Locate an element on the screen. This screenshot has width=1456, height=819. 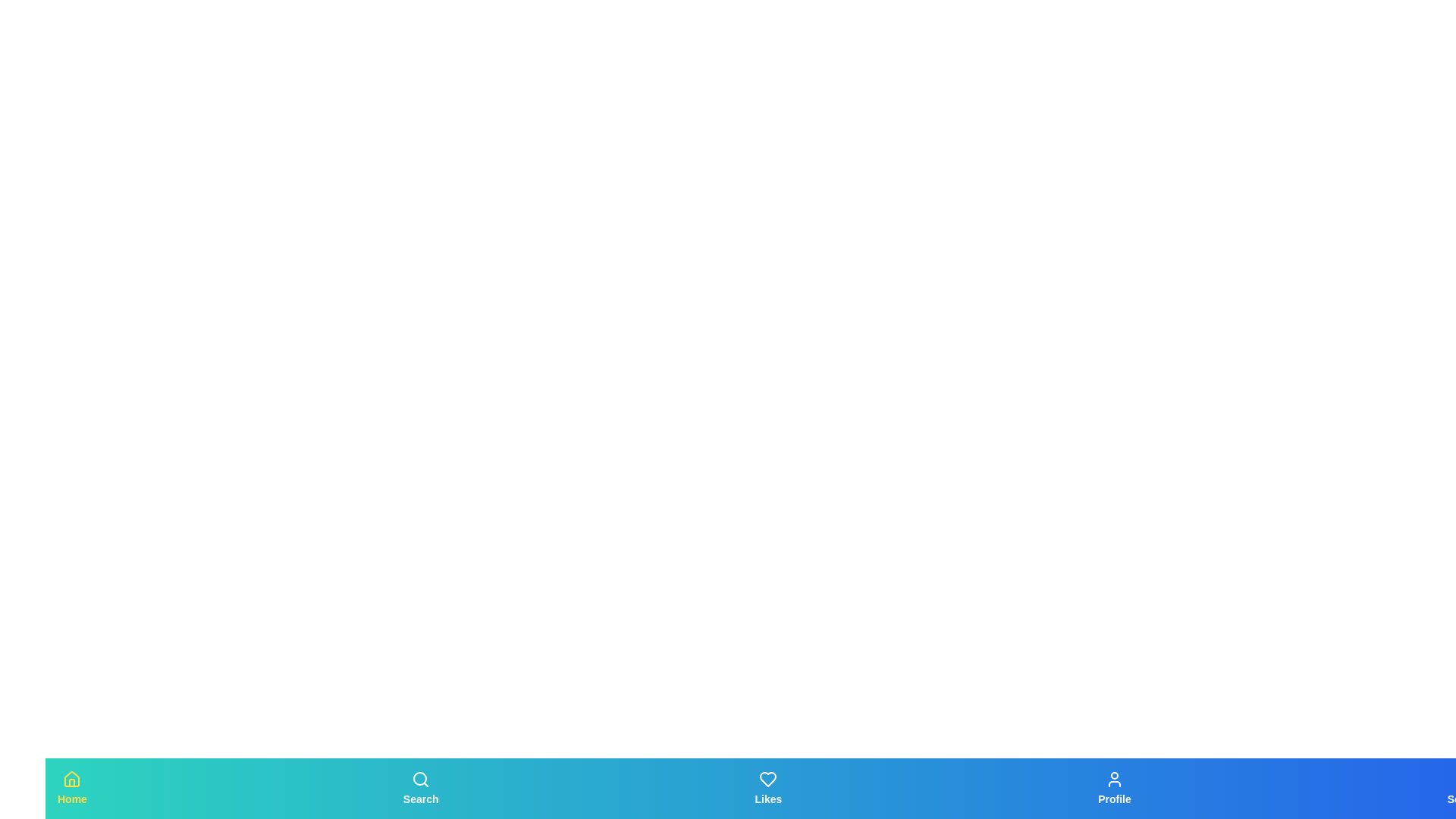
the tab labeled Profile to observe the scaling effect is located at coordinates (1114, 788).